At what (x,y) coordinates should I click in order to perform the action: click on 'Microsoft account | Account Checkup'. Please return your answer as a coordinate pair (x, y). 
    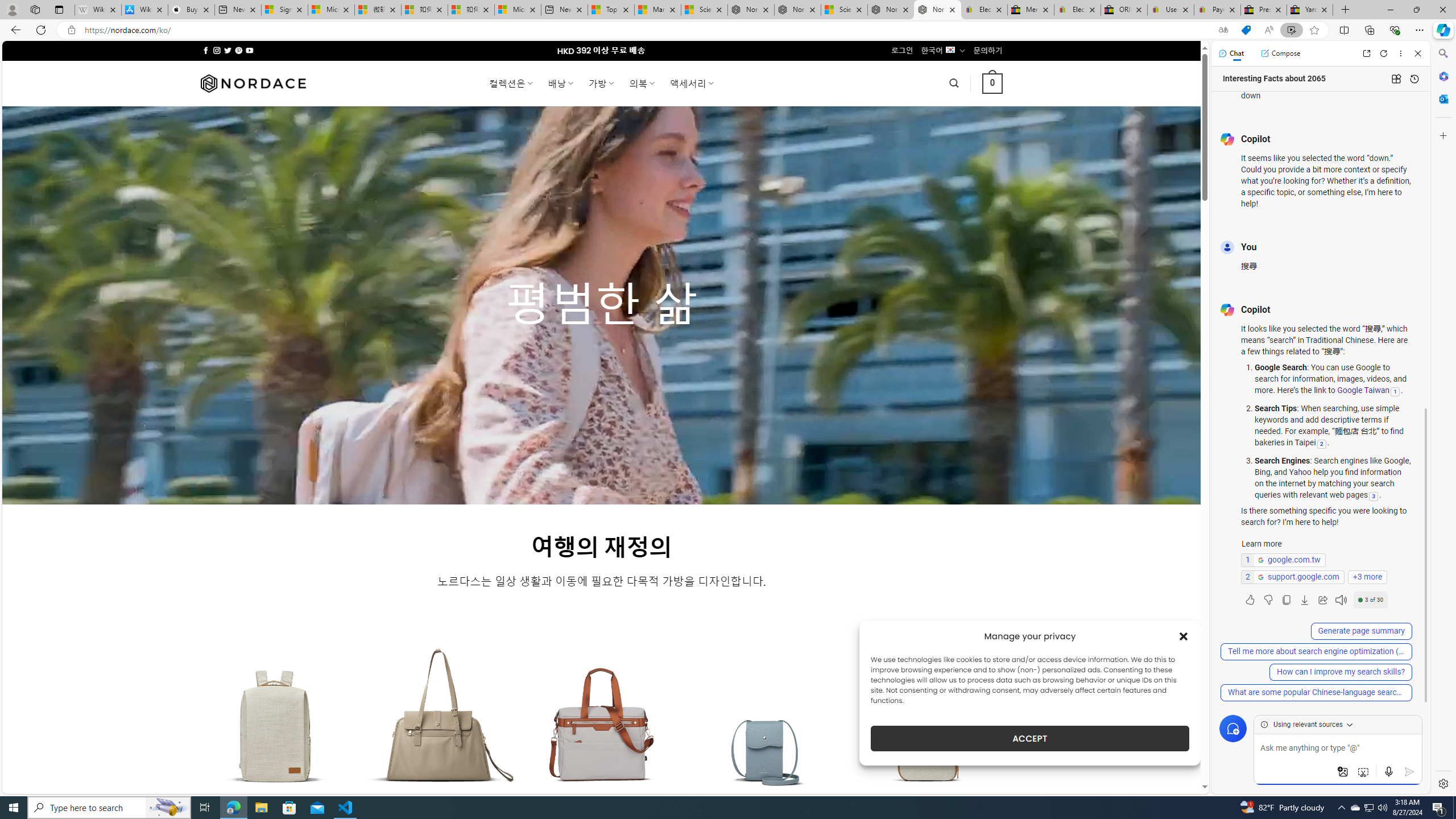
    Looking at the image, I should click on (517, 9).